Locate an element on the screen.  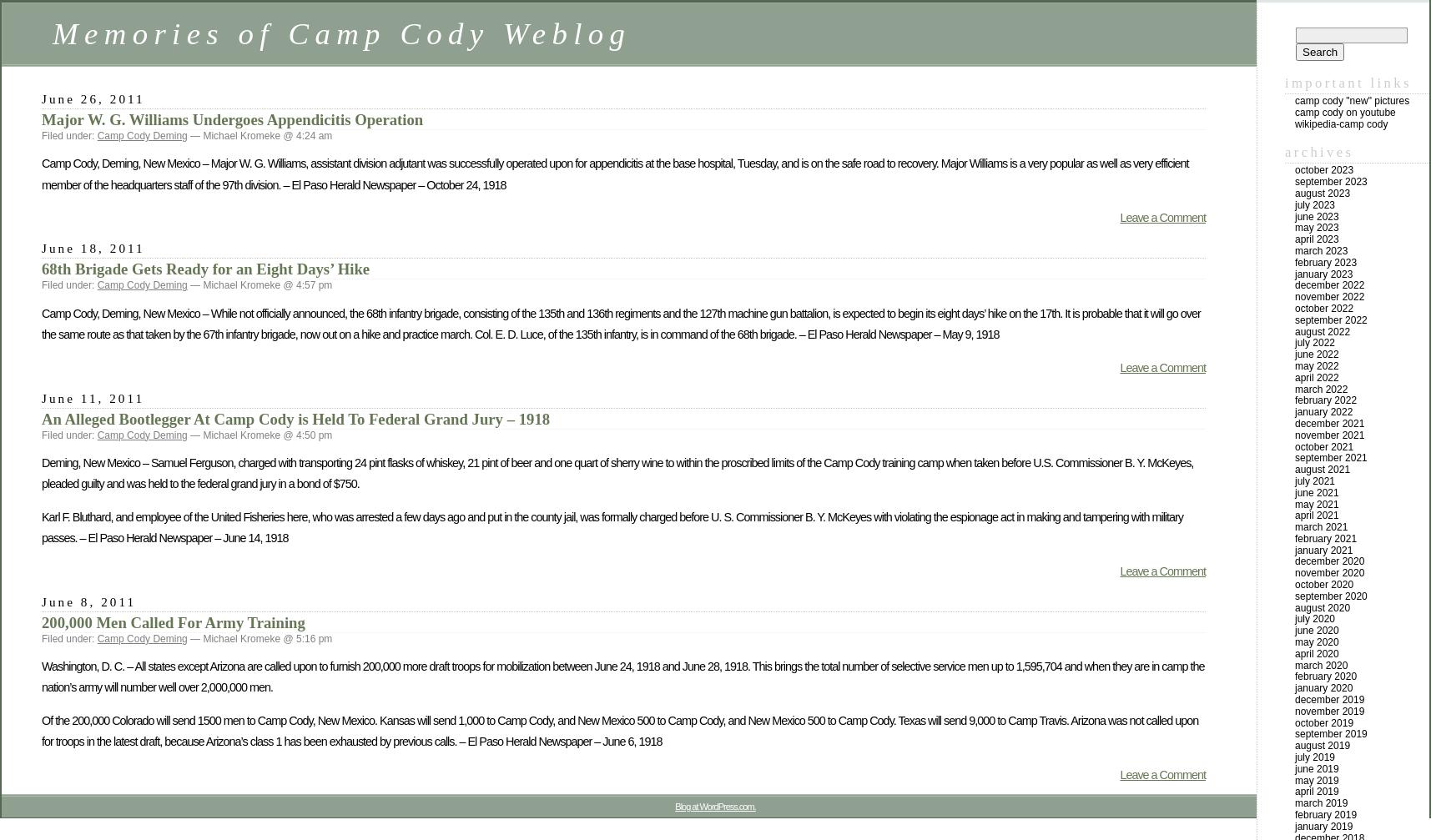
'Washington, D. C. – All states except Arizona are called upon to furnish 200,000 more draft troops for mobilization between June 24, 1918 and June 28, 1918. This brings the total number of selective service men up to 1,595,704 and when they are in camp the nation’s army will number well over 2,000,000 men.' is located at coordinates (41, 676).